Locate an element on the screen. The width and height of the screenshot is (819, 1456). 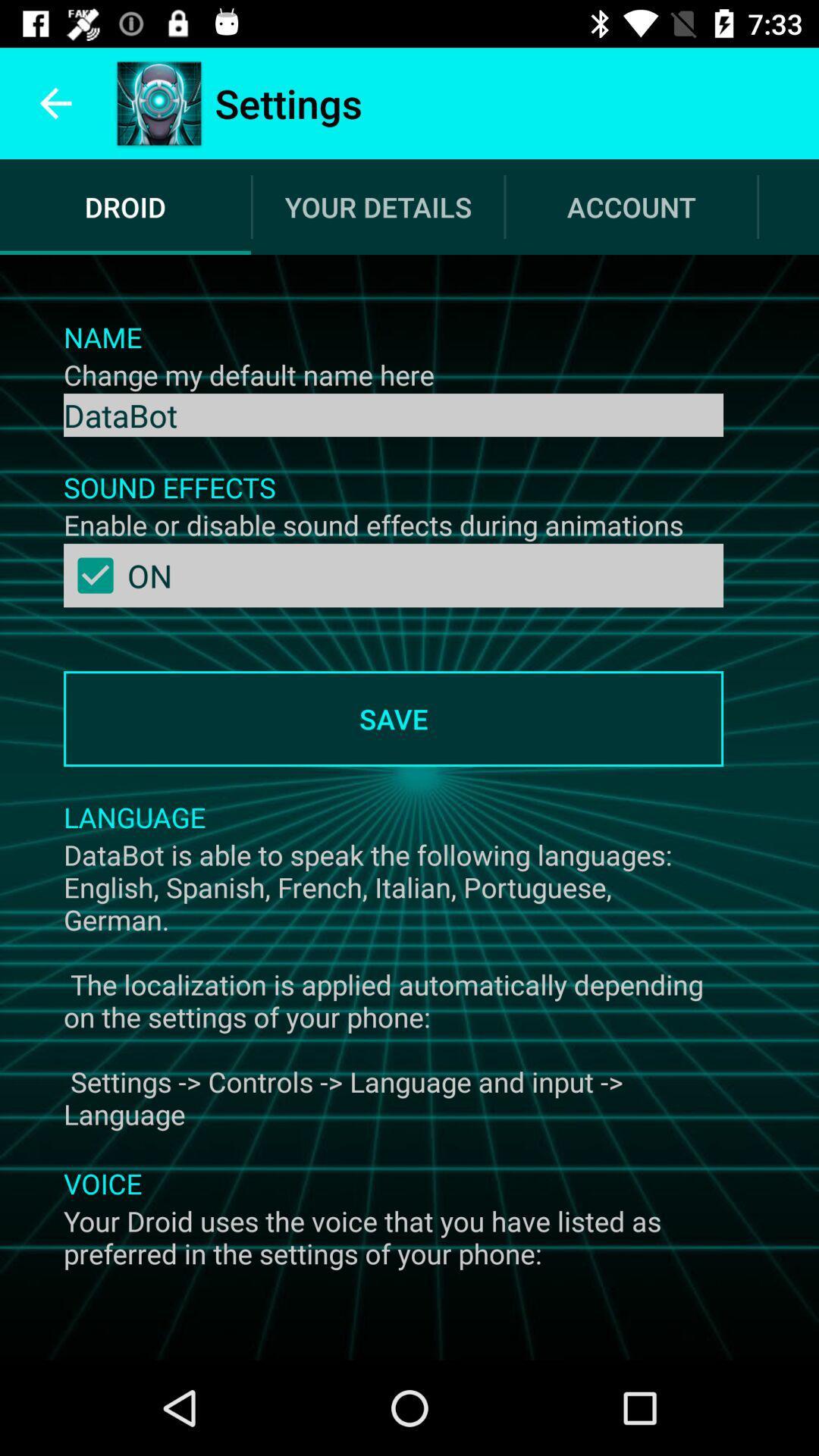
icon above the language is located at coordinates (393, 718).